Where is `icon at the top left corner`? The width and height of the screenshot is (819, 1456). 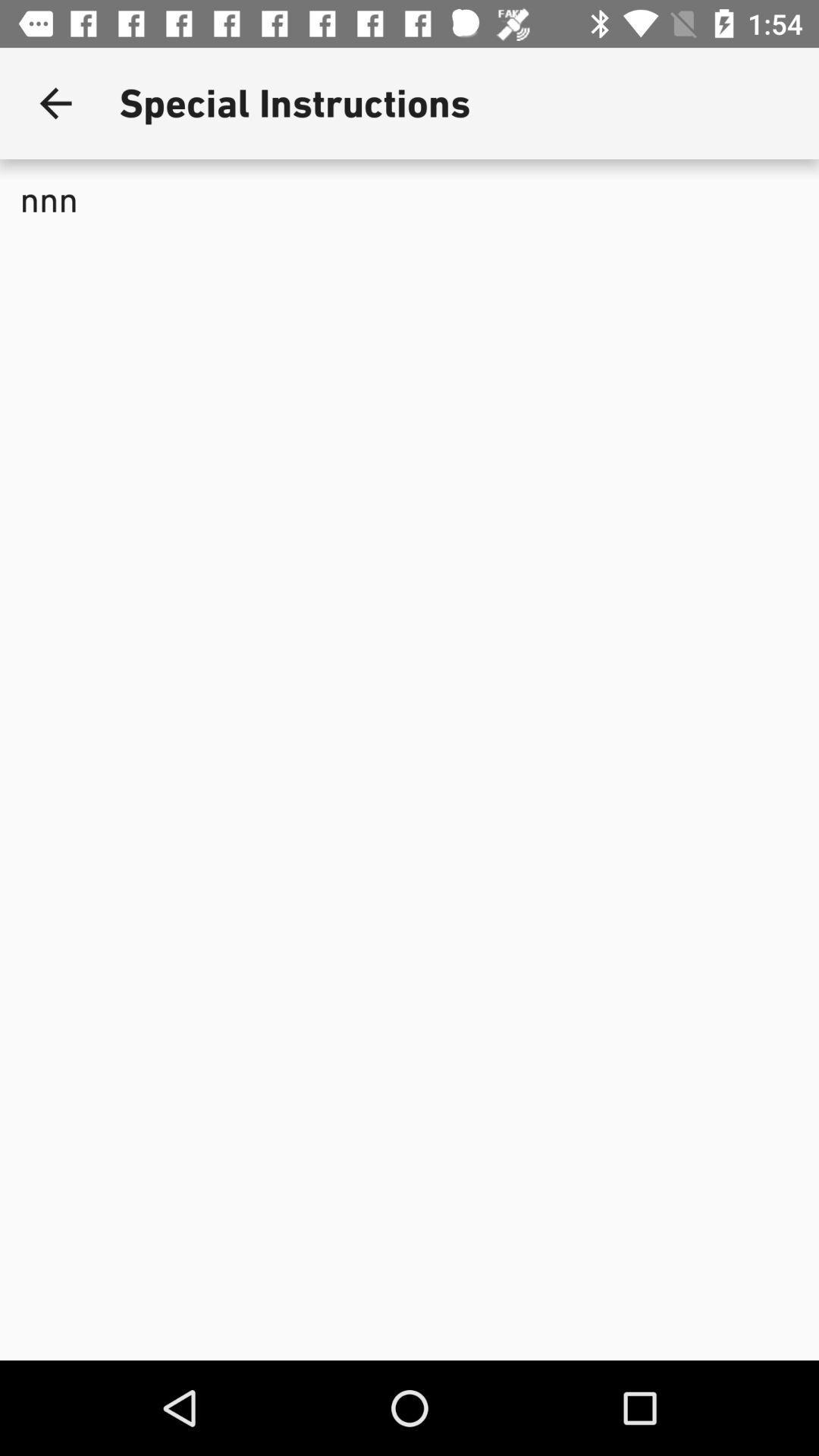
icon at the top left corner is located at coordinates (55, 102).